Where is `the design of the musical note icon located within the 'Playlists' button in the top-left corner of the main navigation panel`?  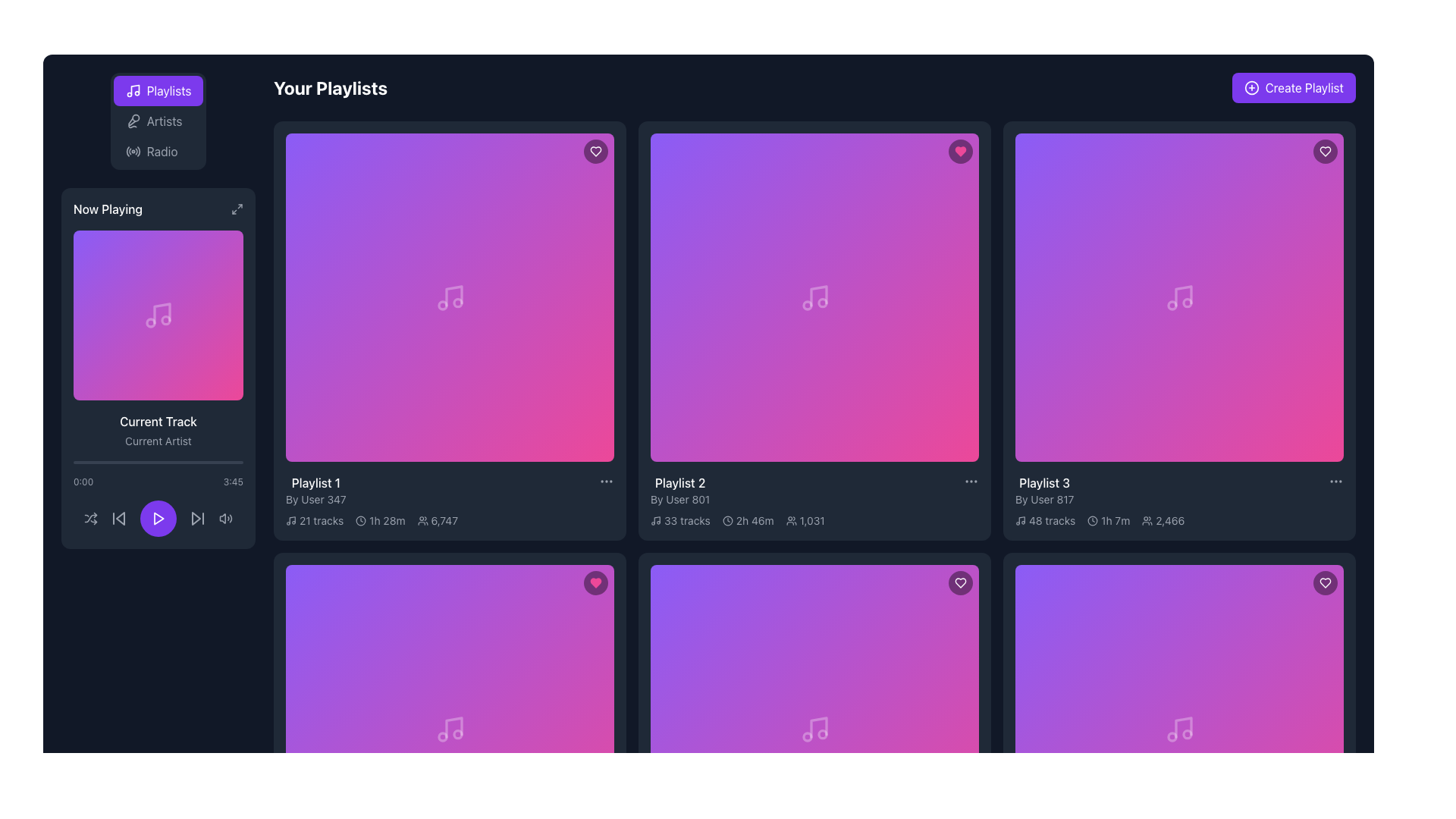
the design of the musical note icon located within the 'Playlists' button in the top-left corner of the main navigation panel is located at coordinates (133, 90).